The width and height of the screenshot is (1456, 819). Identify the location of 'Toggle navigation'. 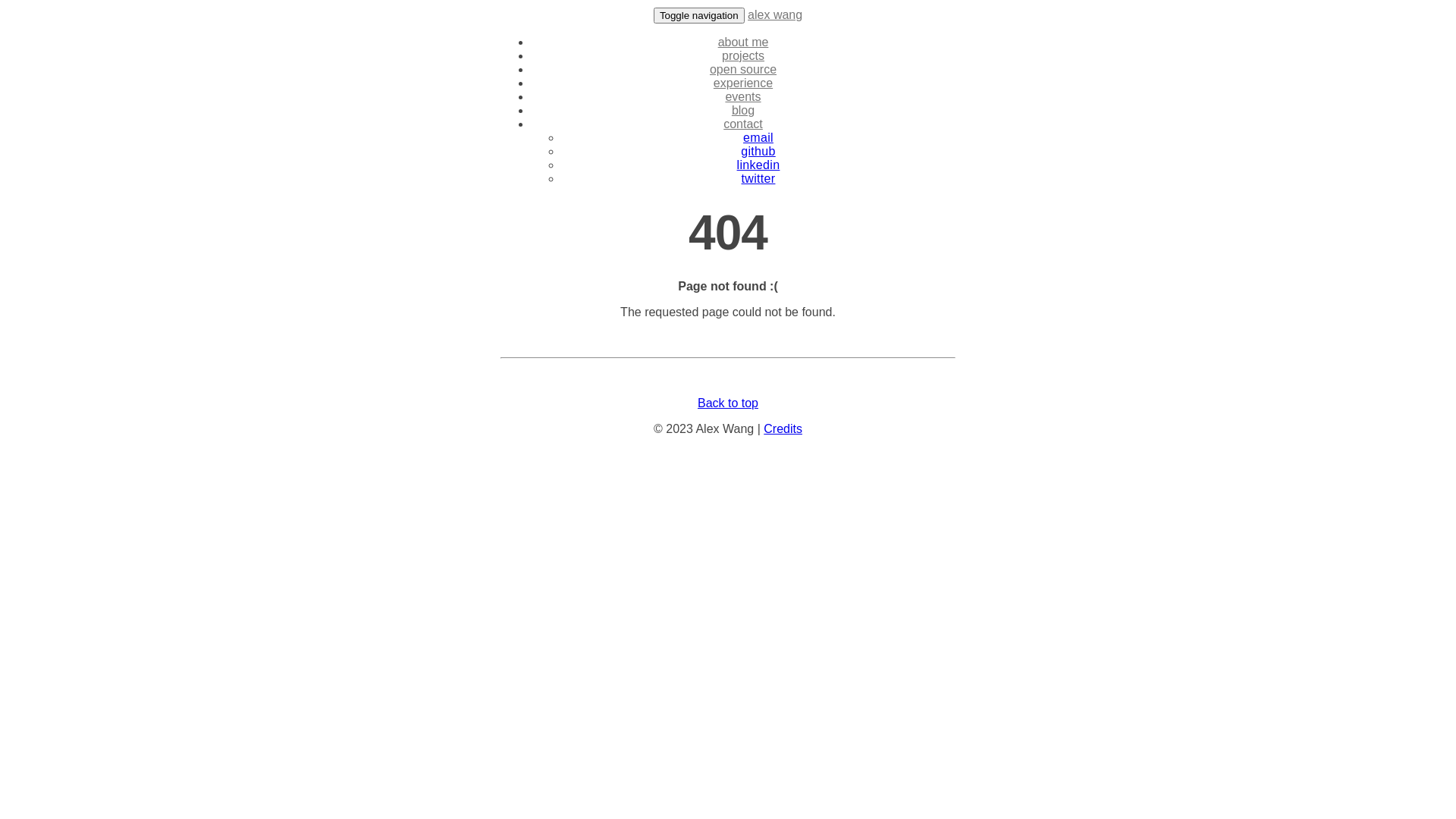
(654, 15).